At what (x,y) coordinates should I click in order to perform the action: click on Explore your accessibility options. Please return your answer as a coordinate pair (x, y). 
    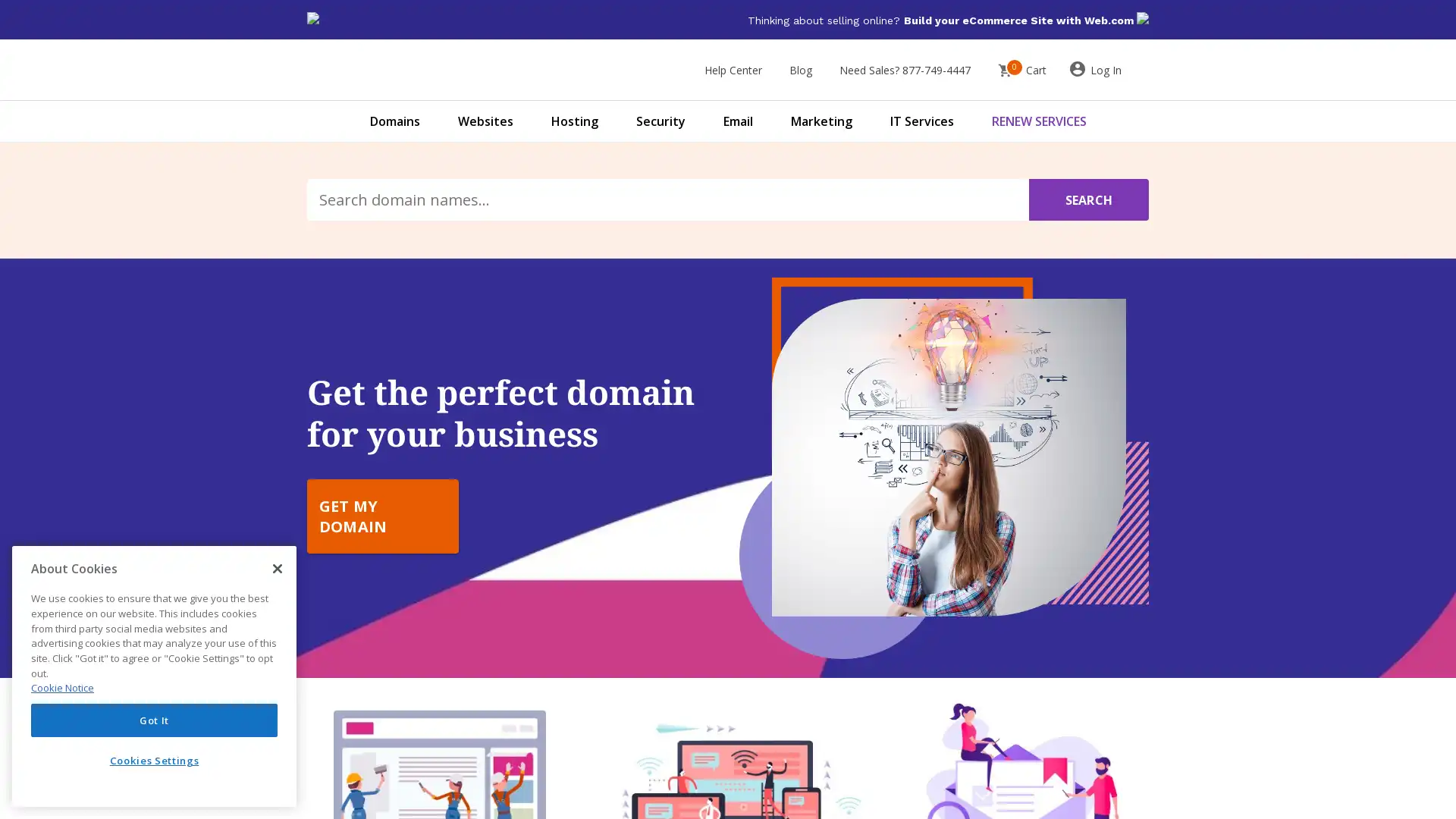
    Looking at the image, I should click on (24, 742).